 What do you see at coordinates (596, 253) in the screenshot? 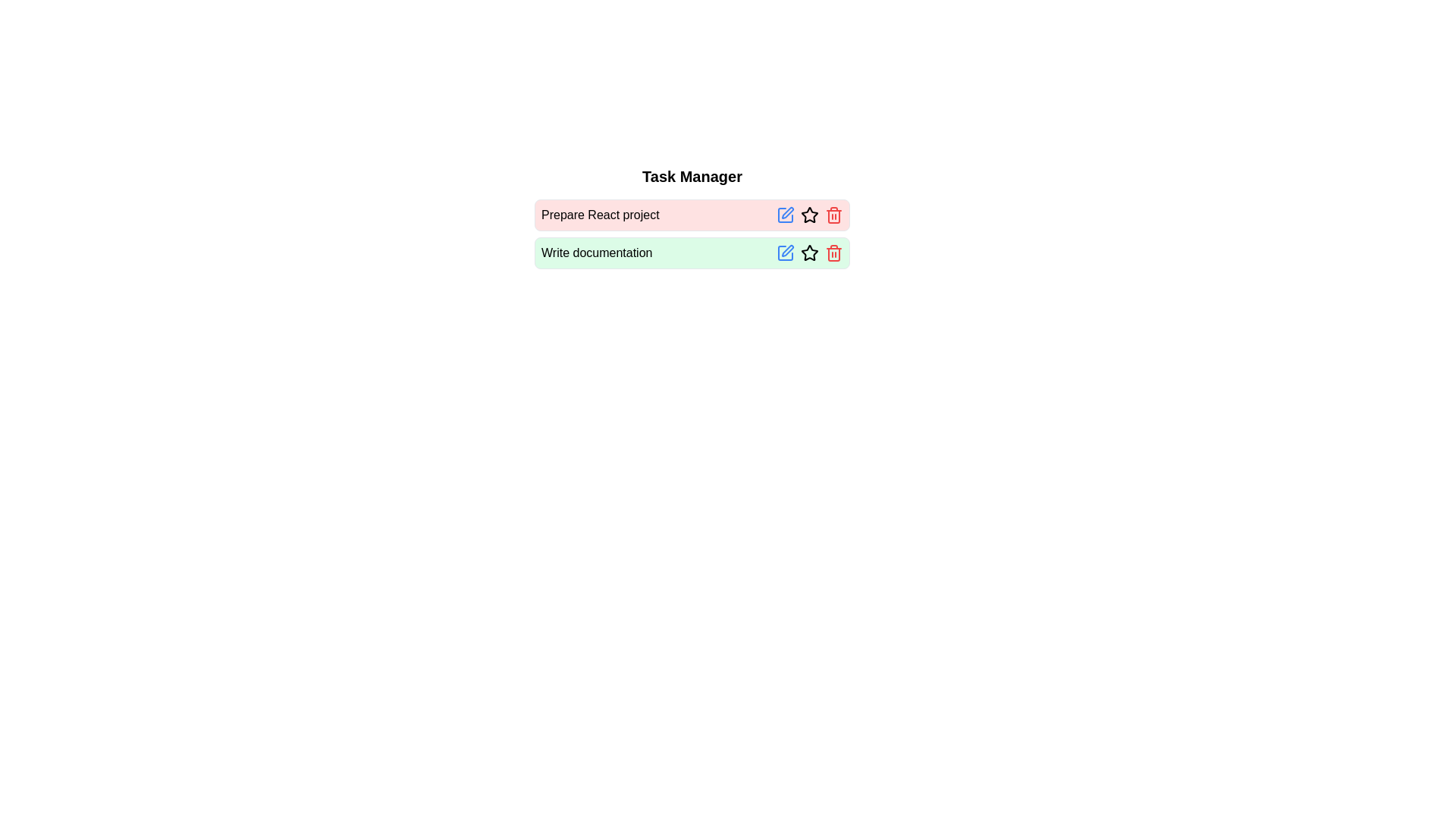
I see `text label displaying 'Write documentation' which is located in the second task row with a light green background` at bounding box center [596, 253].